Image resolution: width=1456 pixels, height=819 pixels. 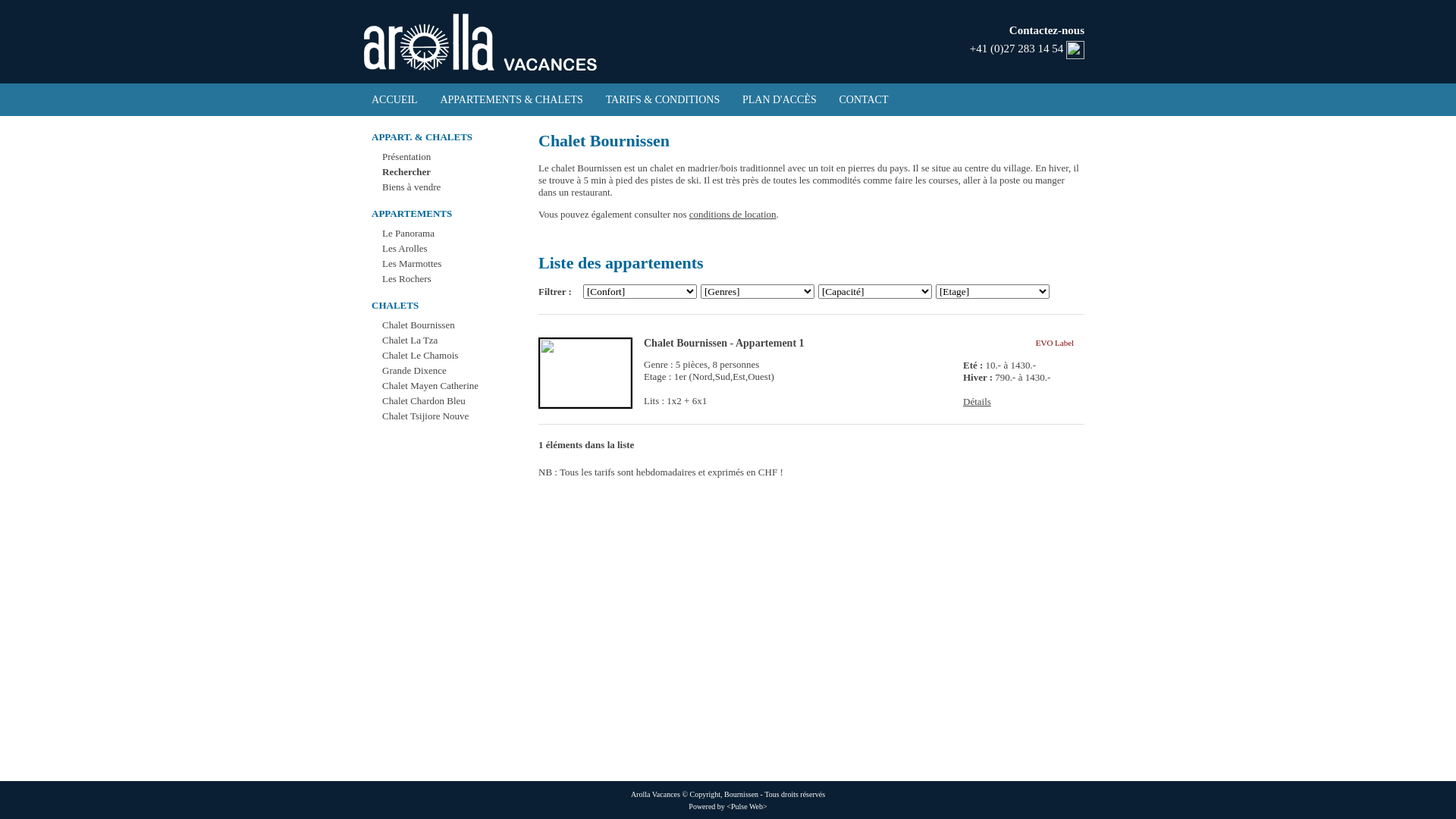 I want to click on 'Chalet Mayen Catherine', so click(x=382, y=384).